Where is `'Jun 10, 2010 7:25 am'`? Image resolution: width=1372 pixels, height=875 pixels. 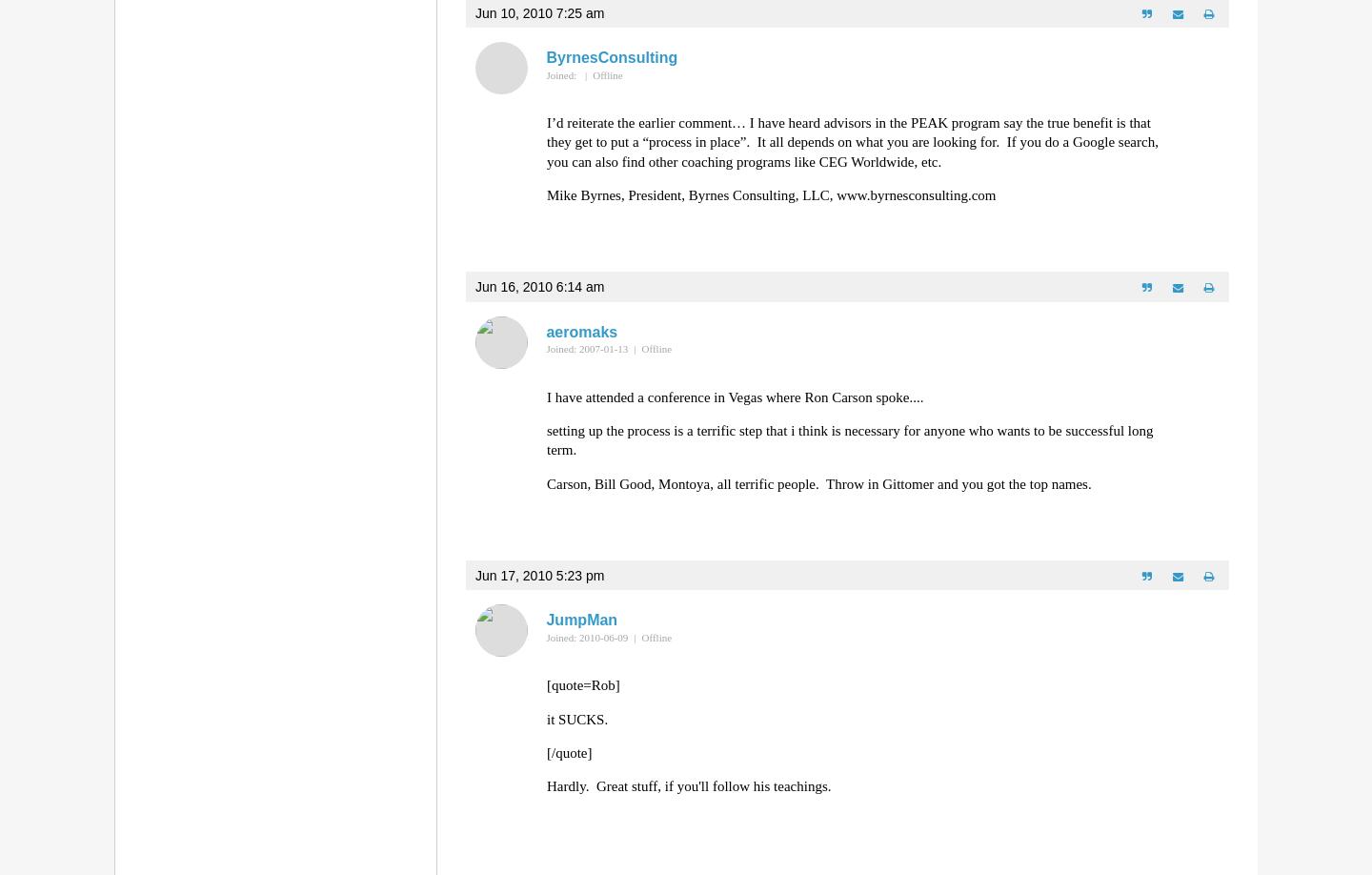 'Jun 10, 2010 7:25 am' is located at coordinates (539, 12).